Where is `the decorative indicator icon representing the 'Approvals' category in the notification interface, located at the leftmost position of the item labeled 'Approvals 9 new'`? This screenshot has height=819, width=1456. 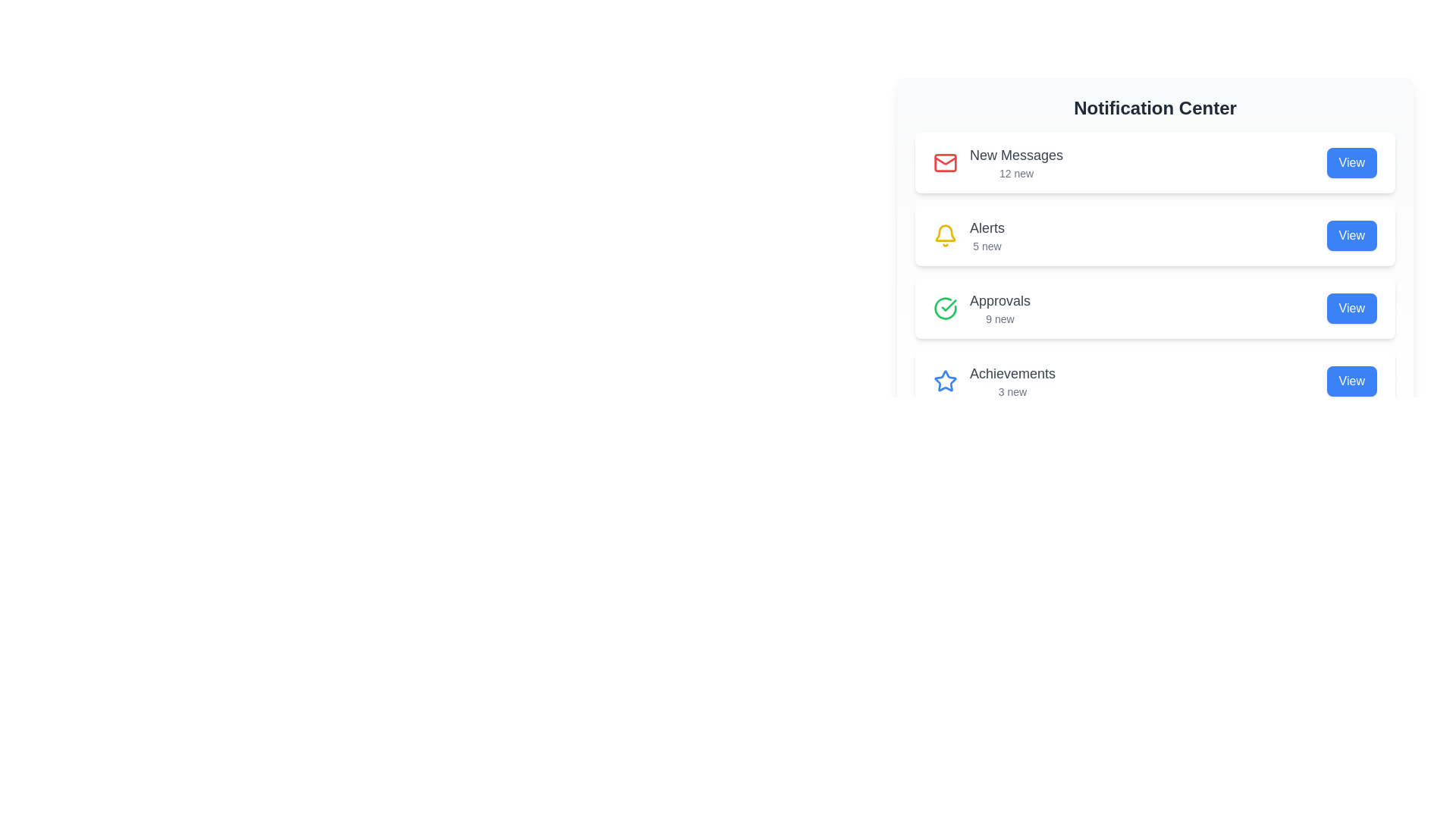
the decorative indicator icon representing the 'Approvals' category in the notification interface, located at the leftmost position of the item labeled 'Approvals 9 new' is located at coordinates (945, 308).